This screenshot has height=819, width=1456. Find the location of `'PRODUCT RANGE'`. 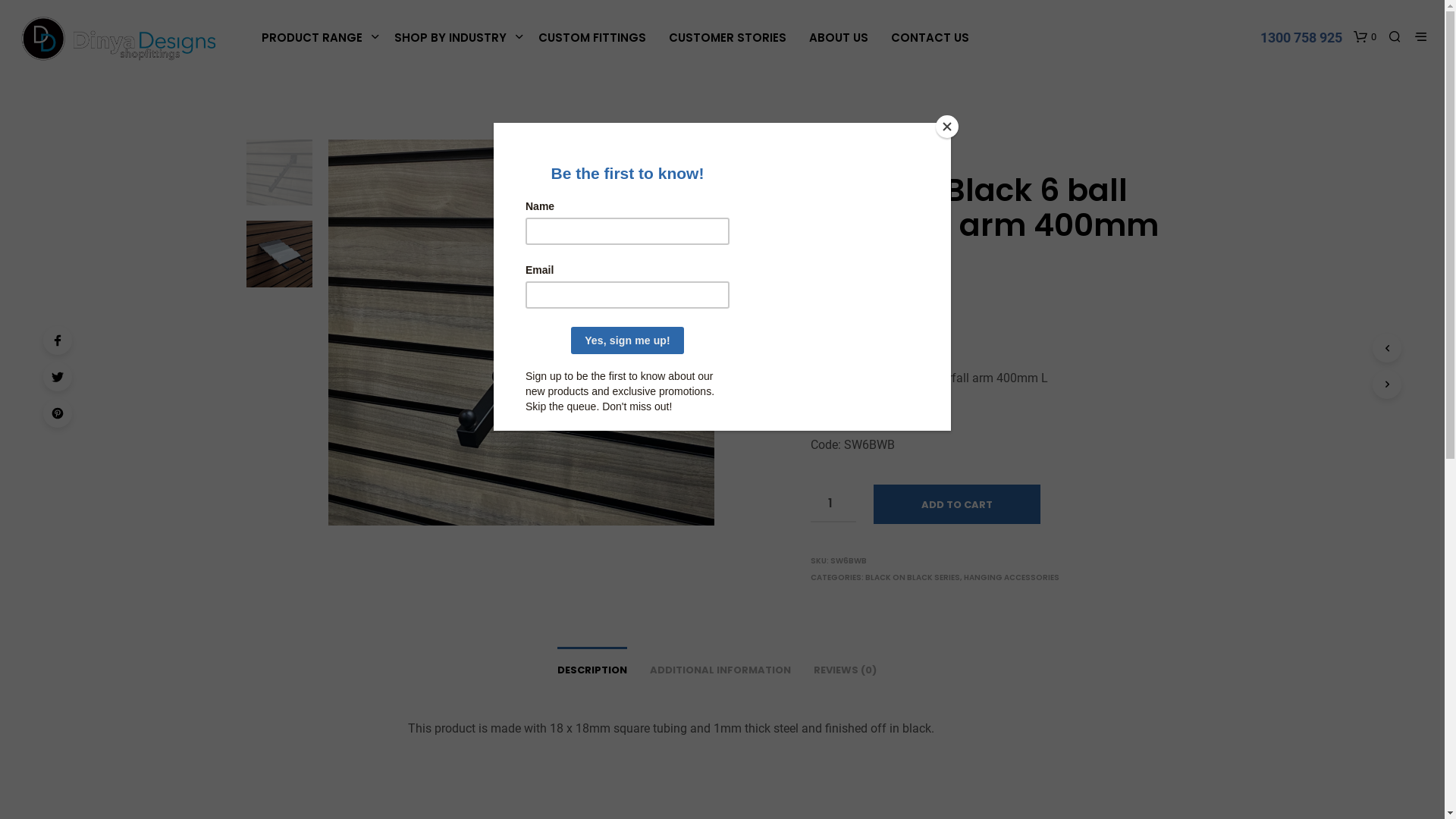

'PRODUCT RANGE' is located at coordinates (311, 37).